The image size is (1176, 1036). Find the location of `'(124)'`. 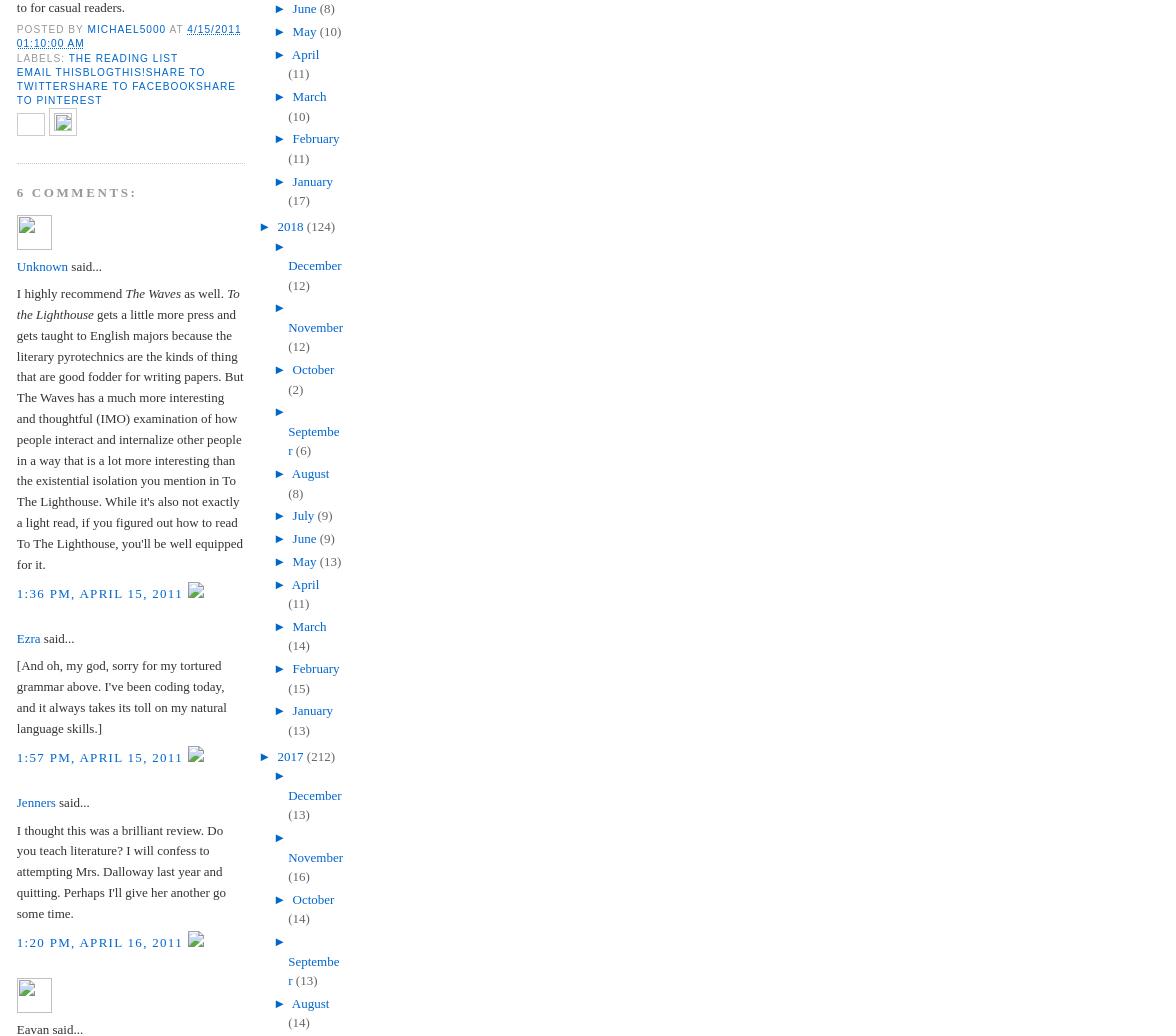

'(124)' is located at coordinates (320, 226).